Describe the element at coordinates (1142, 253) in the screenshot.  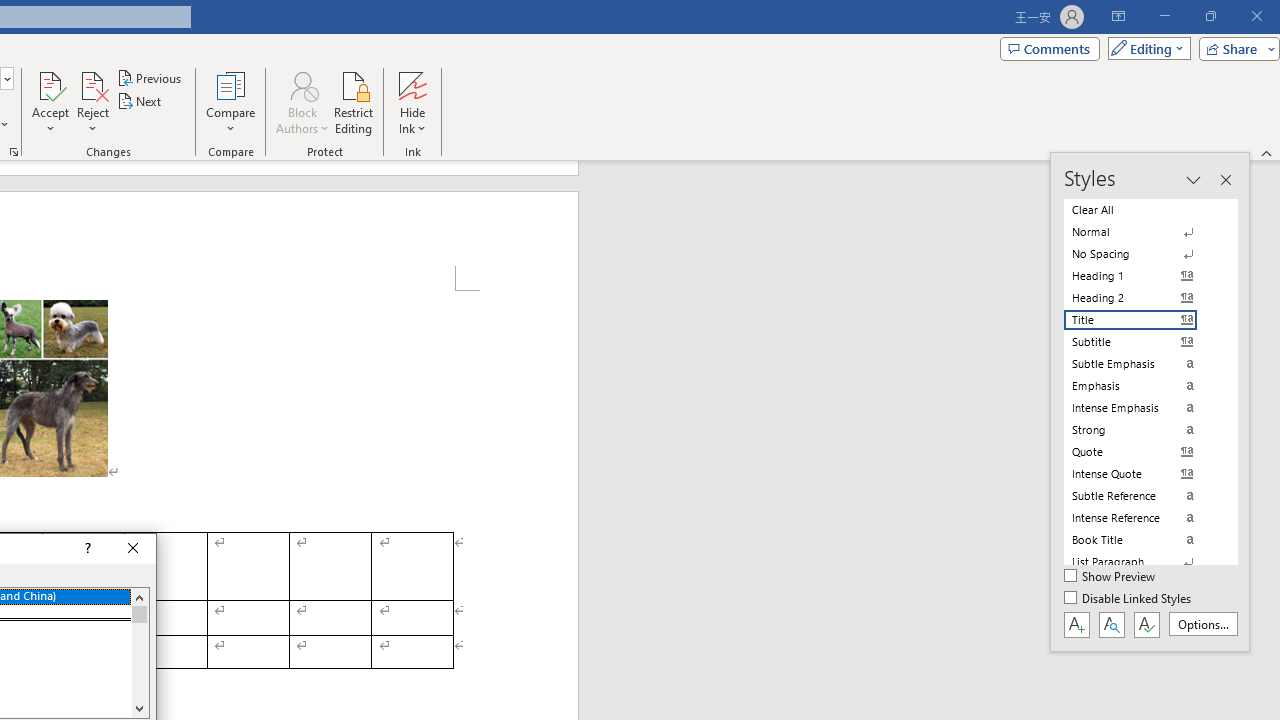
I see `'No Spacing'` at that location.